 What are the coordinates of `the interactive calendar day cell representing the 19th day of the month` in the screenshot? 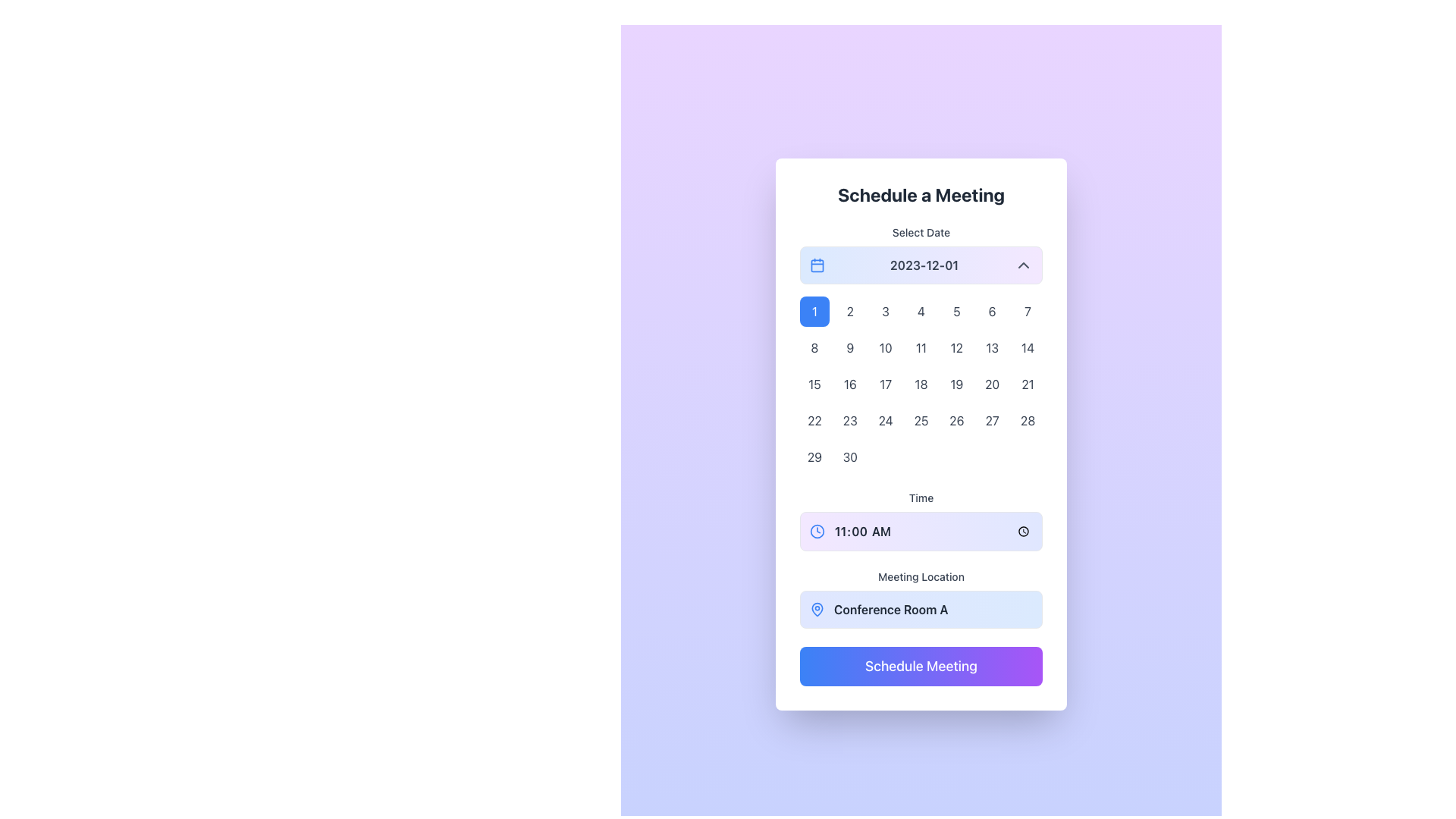 It's located at (955, 383).